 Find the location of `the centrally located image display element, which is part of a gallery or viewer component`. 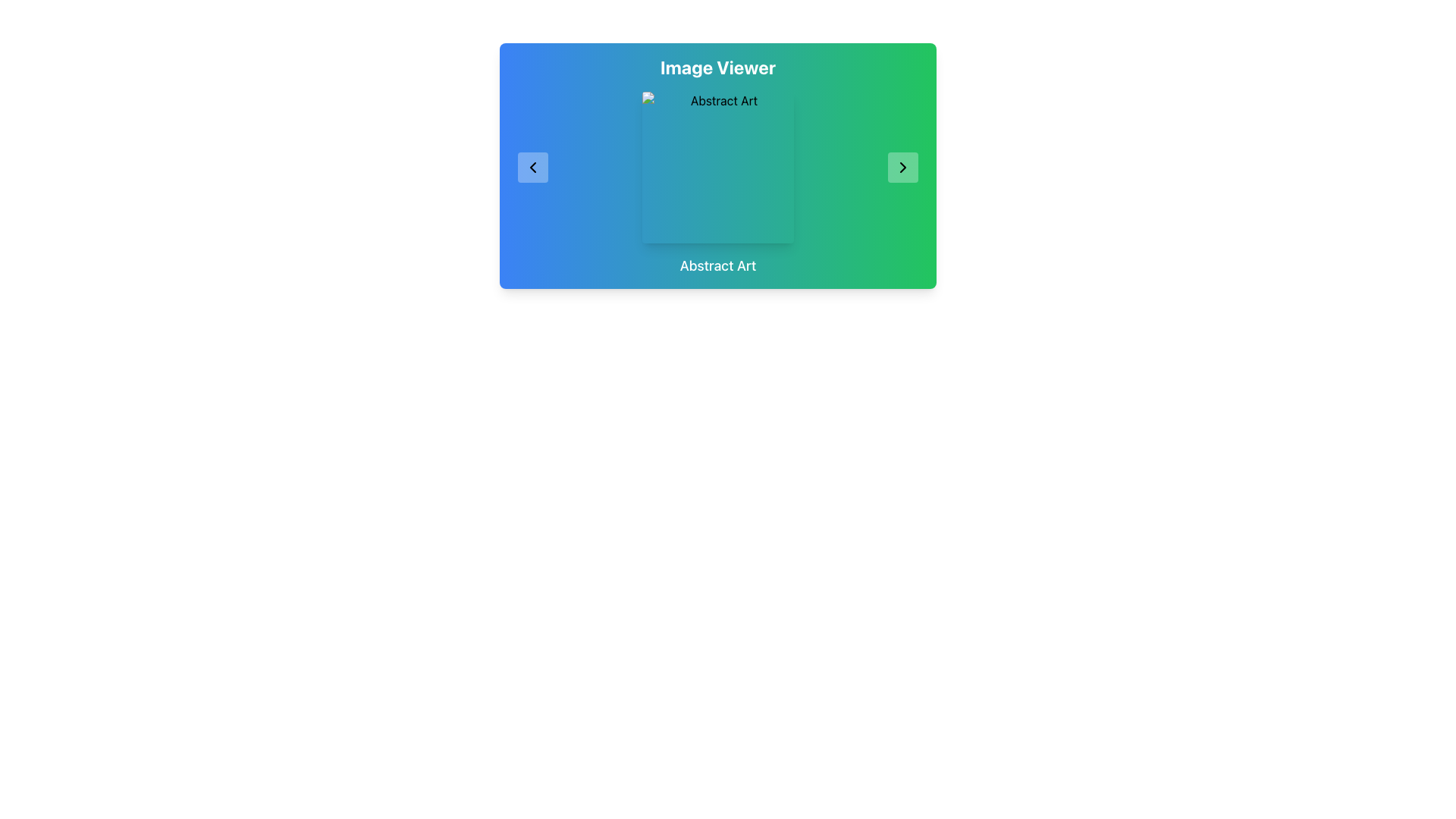

the centrally located image display element, which is part of a gallery or viewer component is located at coordinates (717, 167).